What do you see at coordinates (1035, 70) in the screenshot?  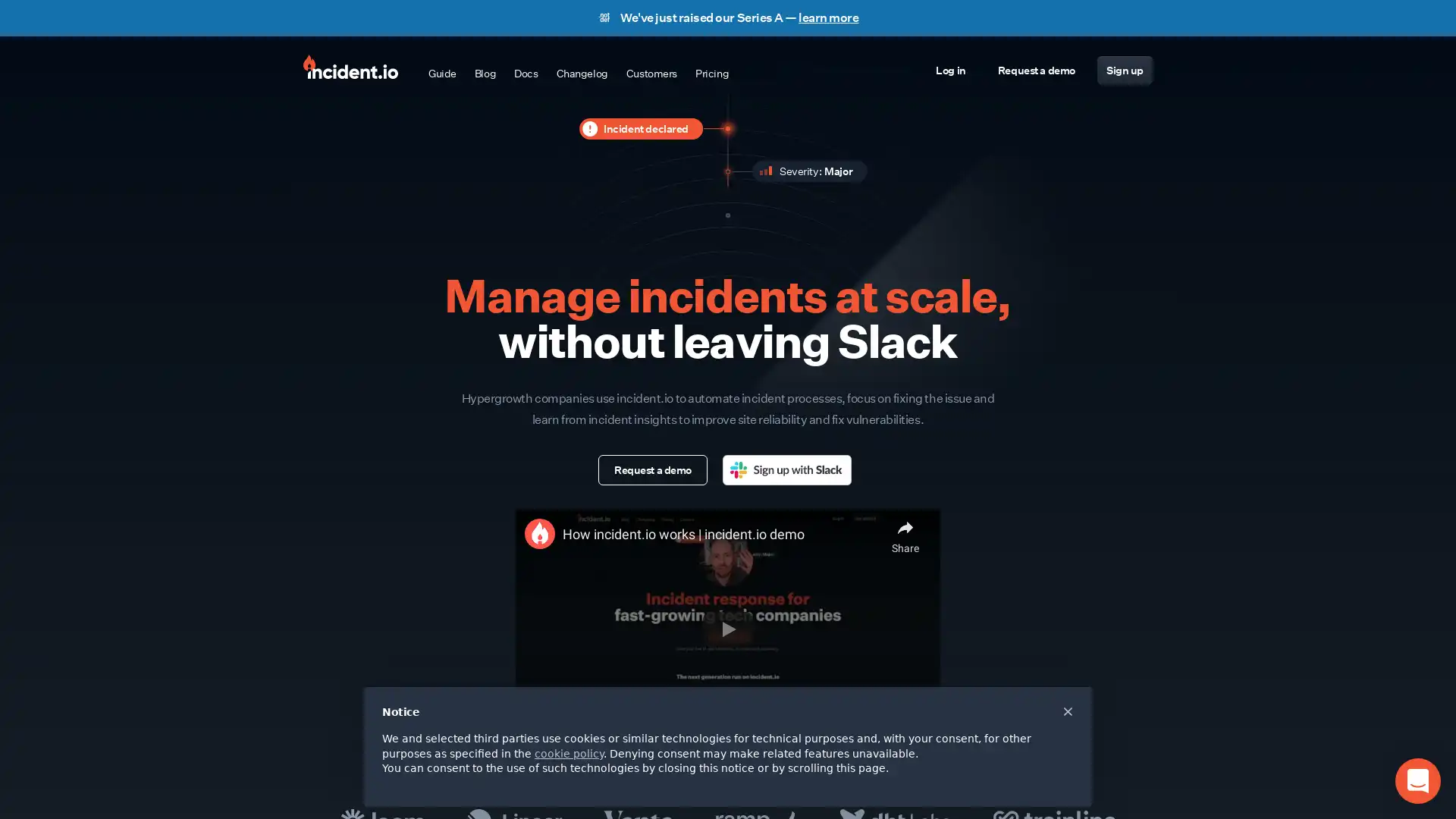 I see `Request a demo` at bounding box center [1035, 70].